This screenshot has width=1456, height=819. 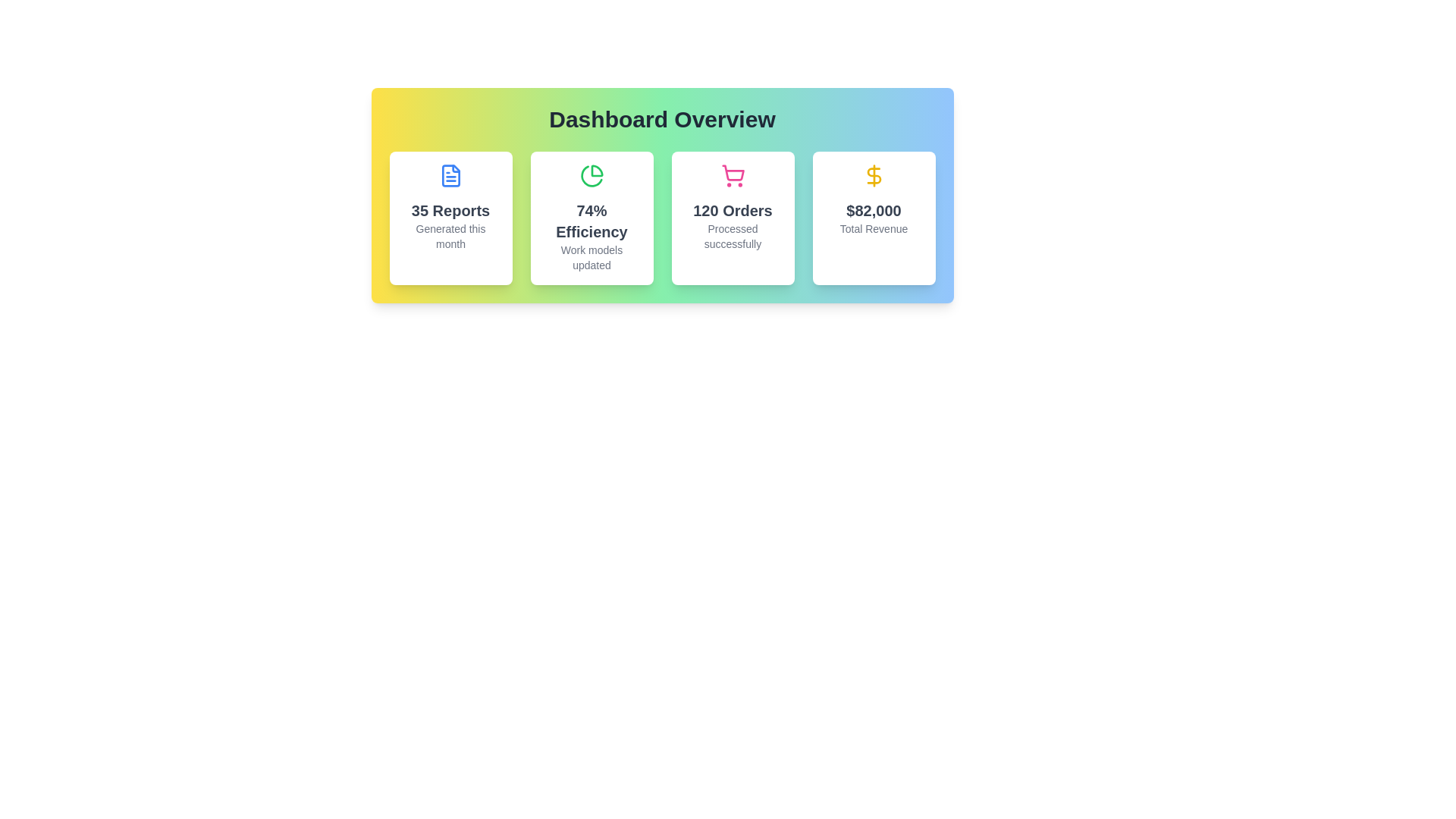 I want to click on the shopping cart icon with a pink stroke color, which is part of the dashboard summary layout indicating orders processed, so click(x=733, y=172).